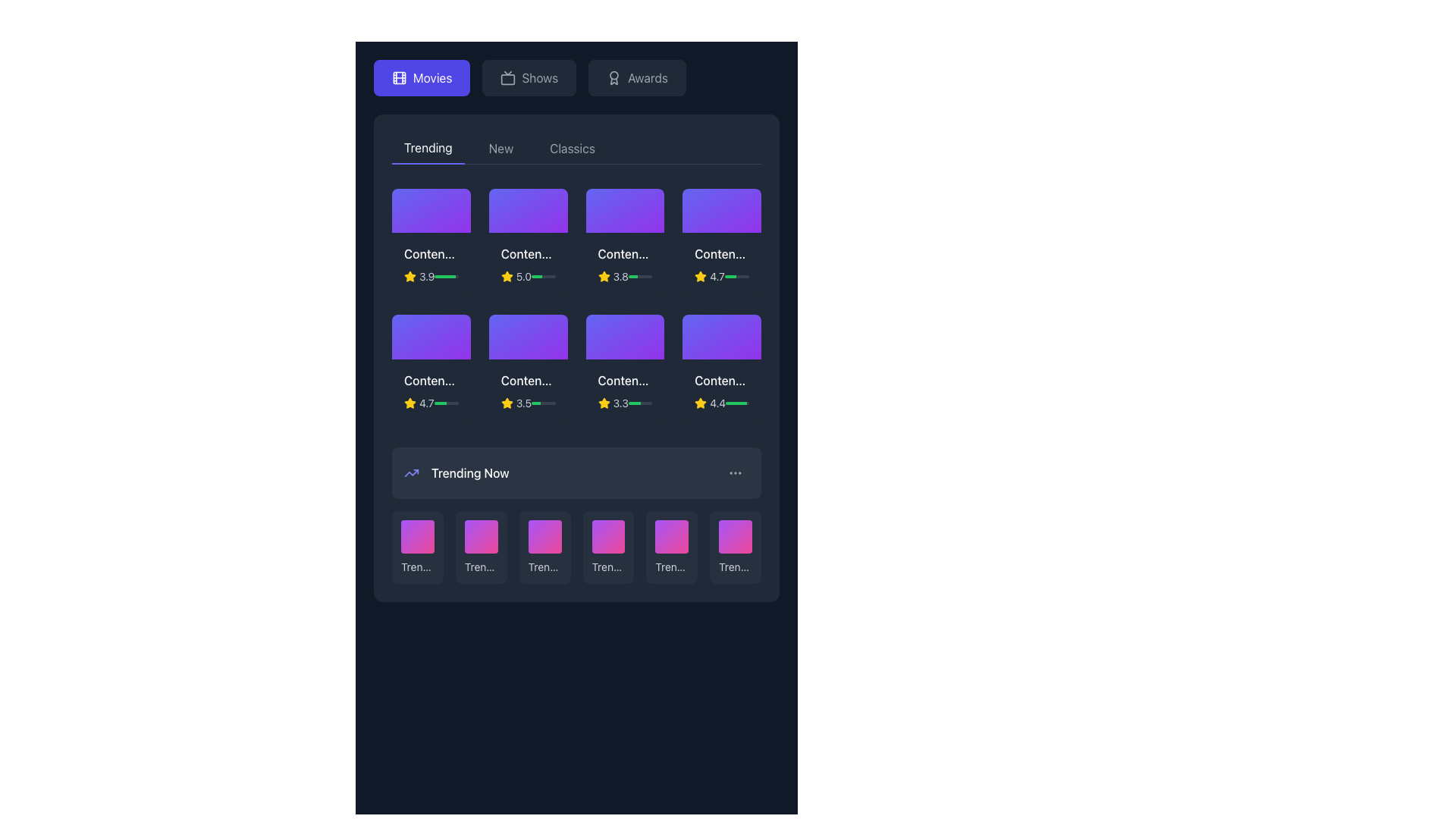  Describe the element at coordinates (454, 203) in the screenshot. I see `the favorite or like button located in the top-right corner of the content card labeled 'Content Title' in the 'Trending' section` at that location.